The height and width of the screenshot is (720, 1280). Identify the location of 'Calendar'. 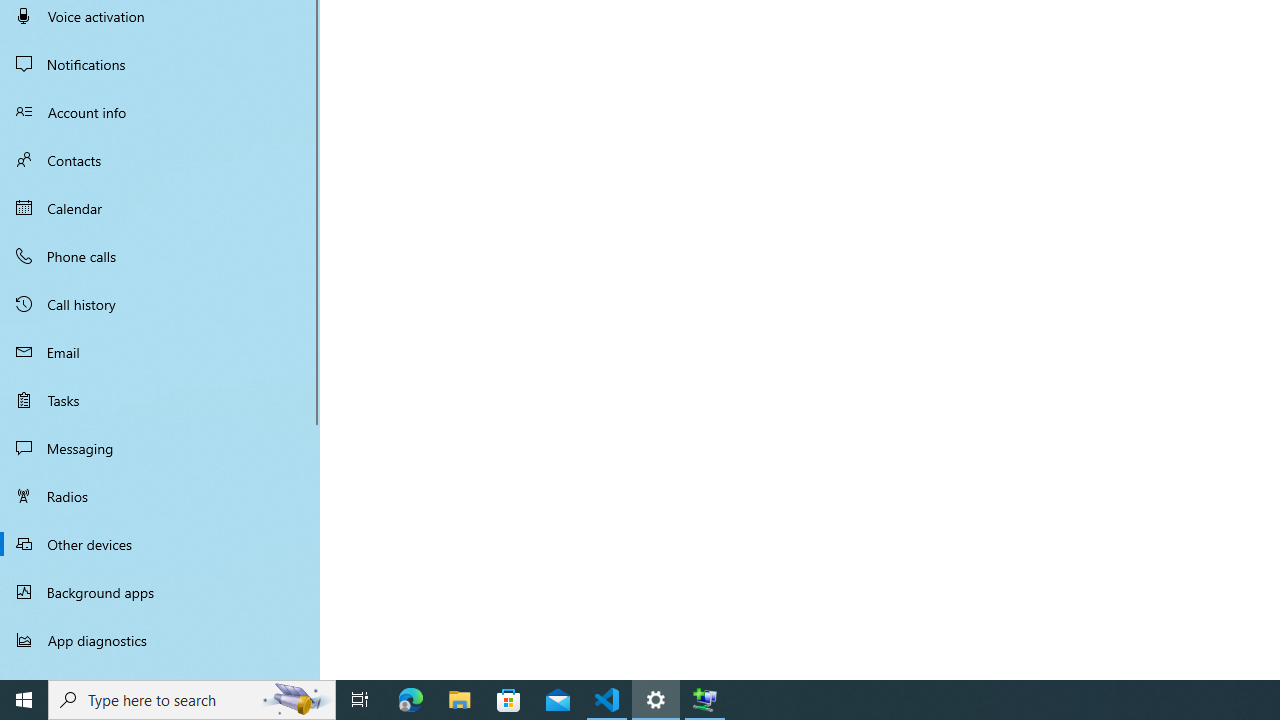
(160, 208).